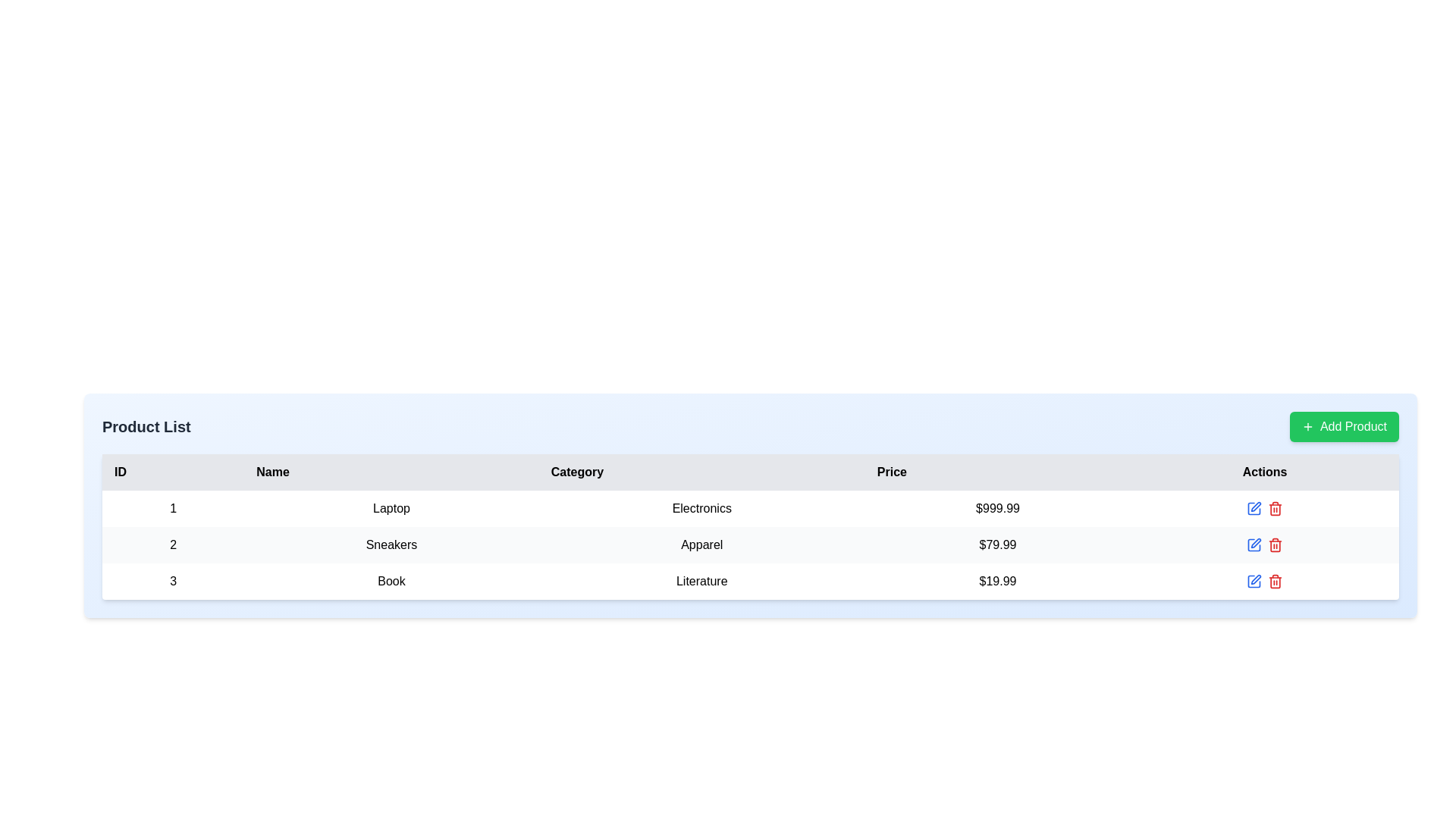 This screenshot has width=1456, height=819. What do you see at coordinates (1265, 544) in the screenshot?
I see `the red trash can icon` at bounding box center [1265, 544].